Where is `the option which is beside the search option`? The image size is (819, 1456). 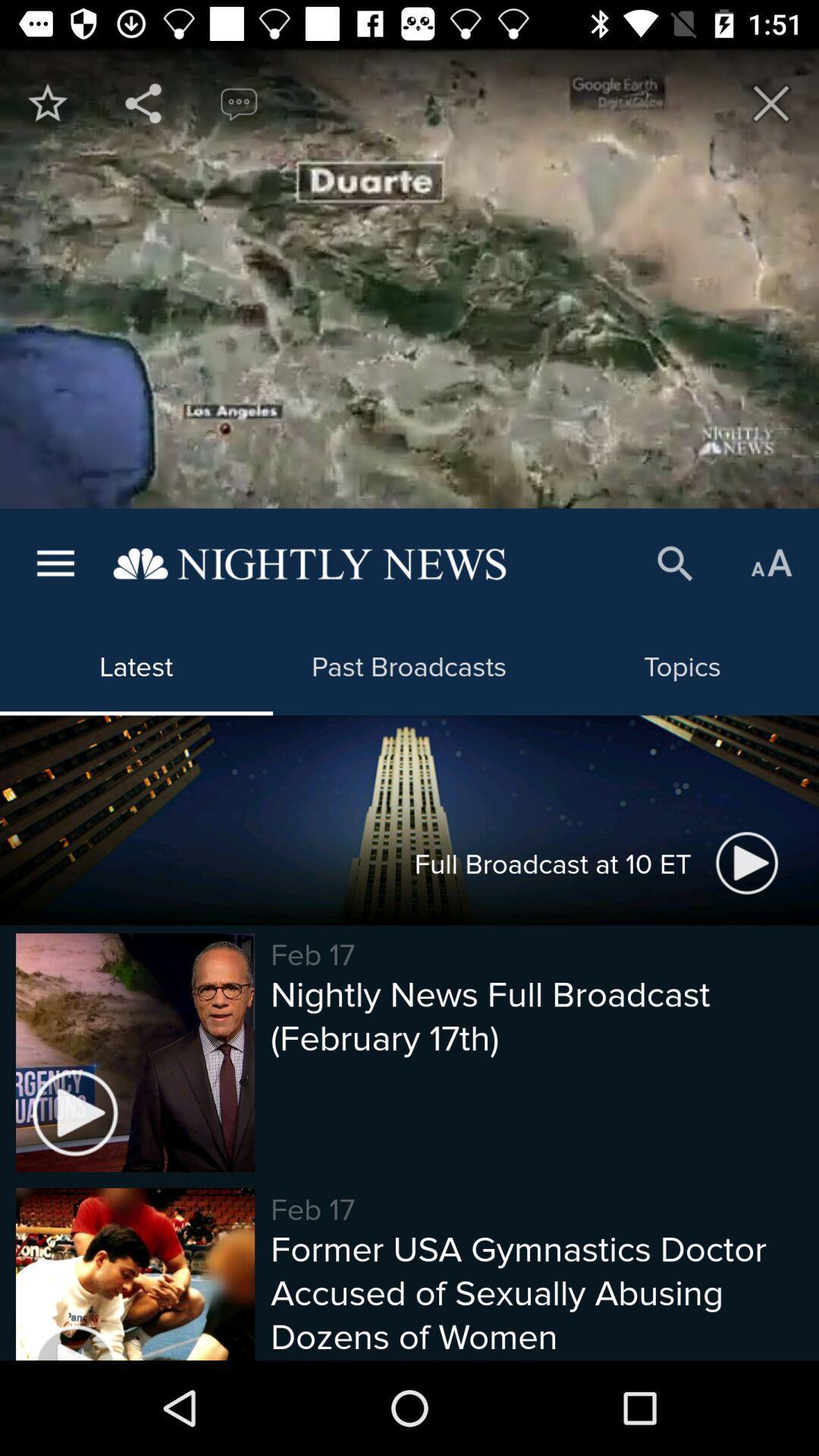 the option which is beside the search option is located at coordinates (771, 563).